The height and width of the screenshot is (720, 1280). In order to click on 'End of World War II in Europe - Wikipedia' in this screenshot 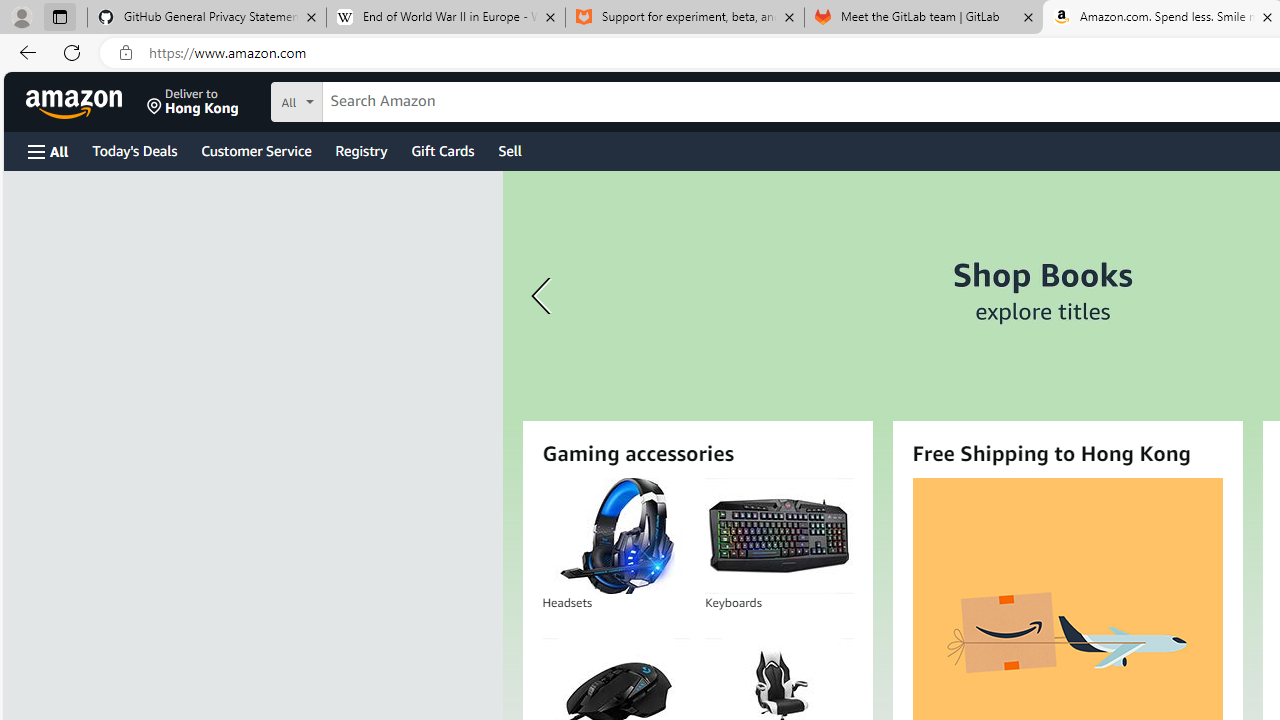, I will do `click(444, 17)`.